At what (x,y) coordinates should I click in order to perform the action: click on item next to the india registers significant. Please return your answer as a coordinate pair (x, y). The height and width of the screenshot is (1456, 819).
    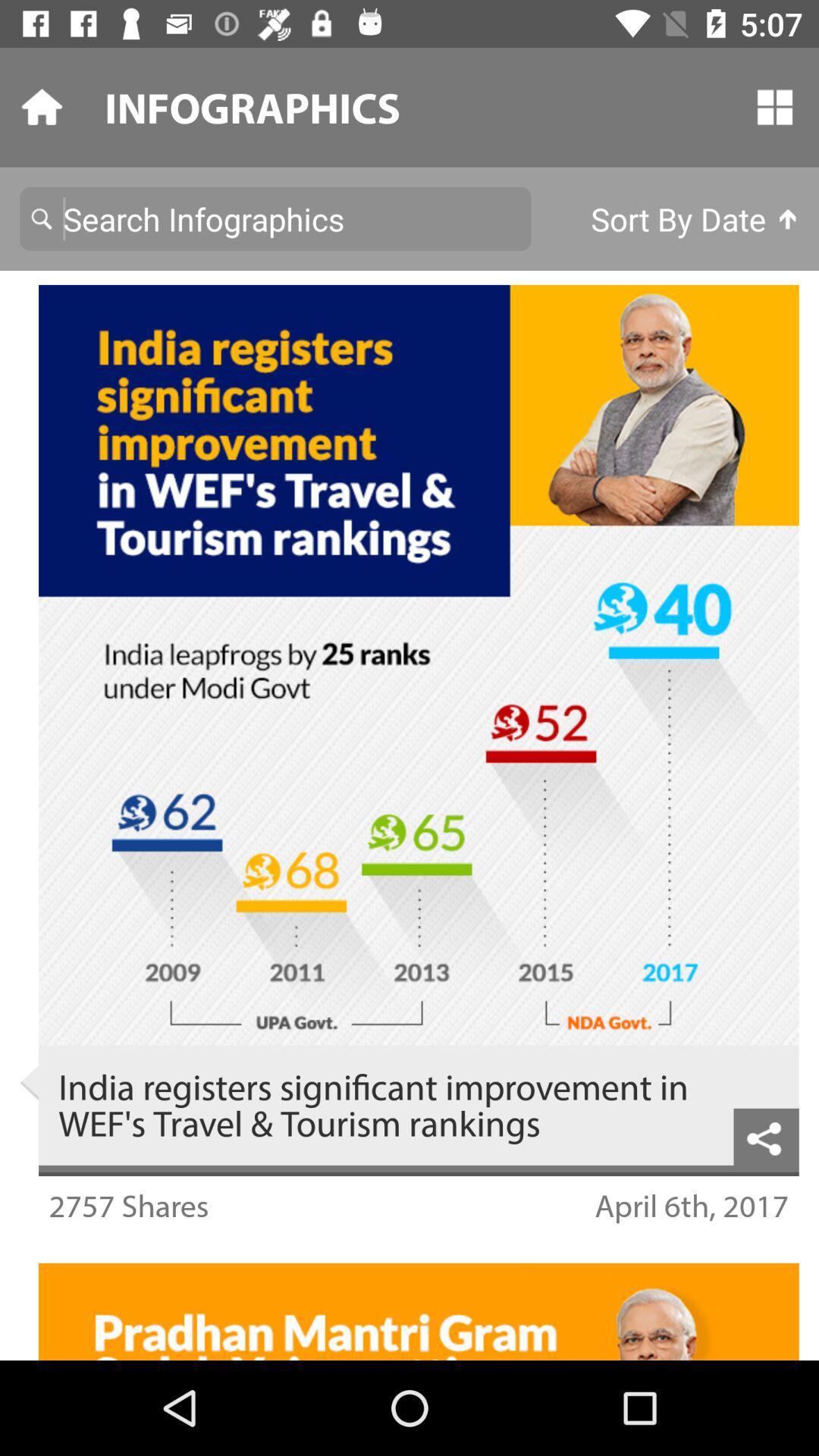
    Looking at the image, I should click on (29, 1082).